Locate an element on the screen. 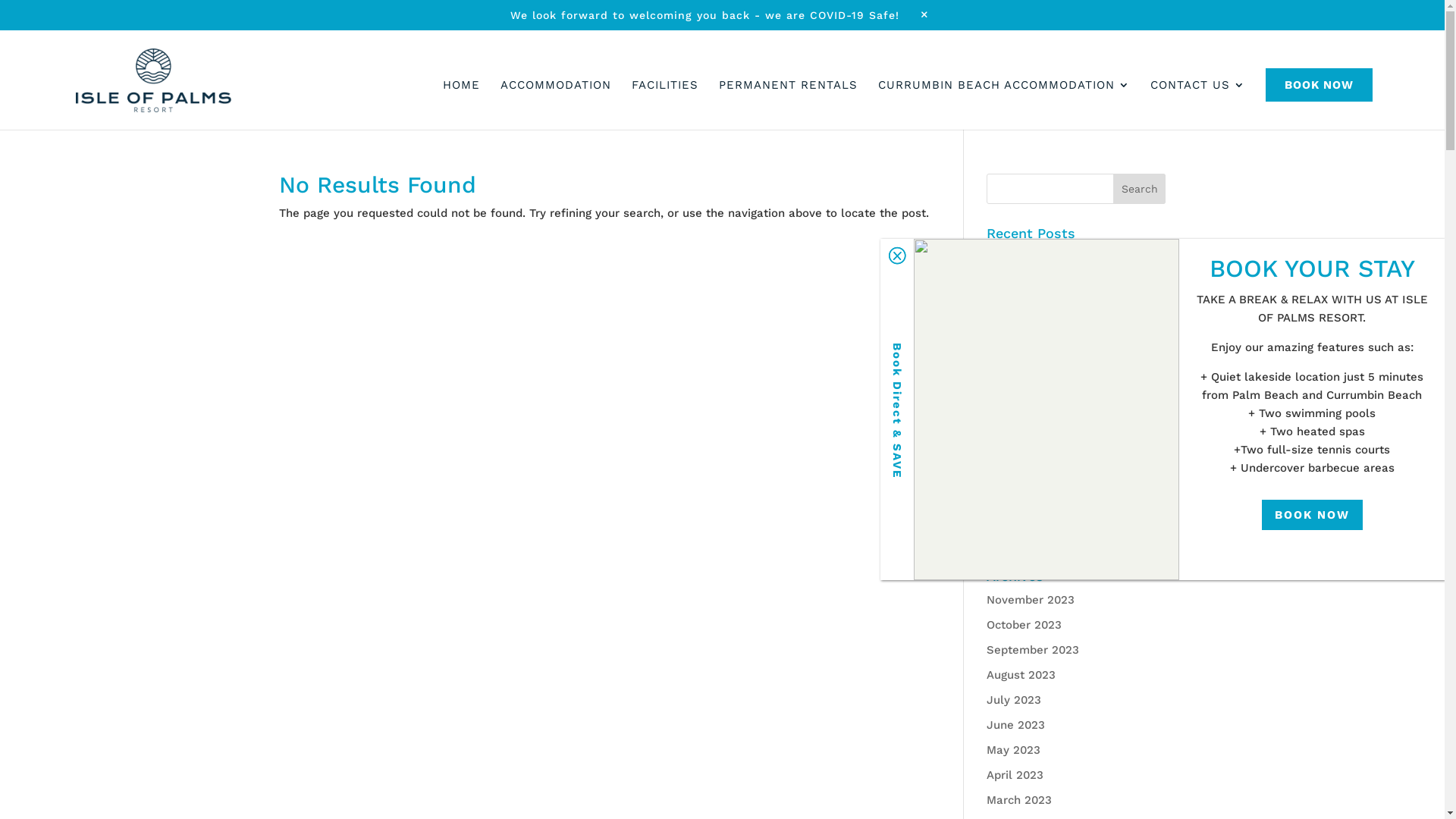 This screenshot has height=819, width=1456. 'November 2023' is located at coordinates (1030, 598).